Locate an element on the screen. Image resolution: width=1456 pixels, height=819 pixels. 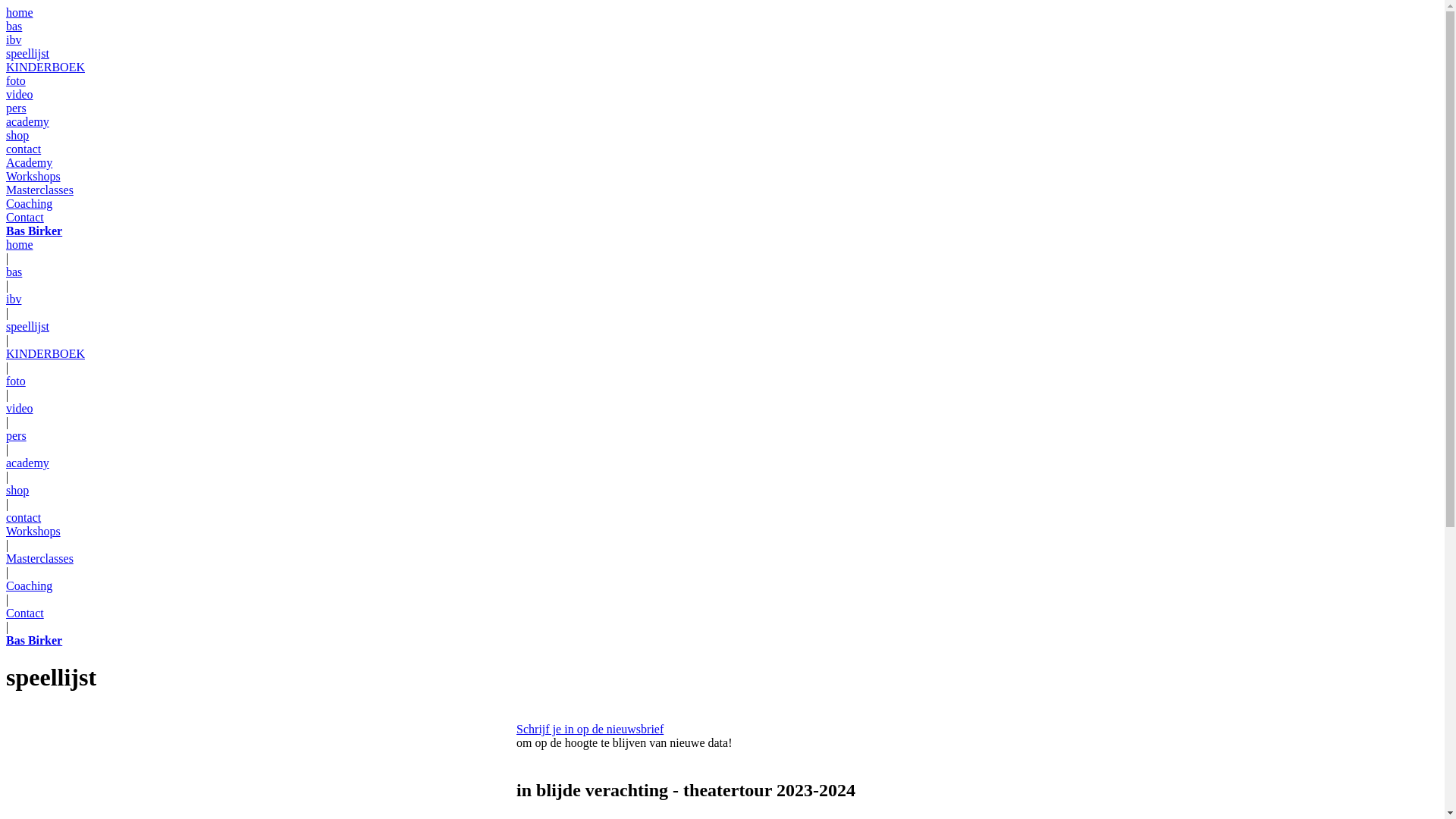
'Bas Birker' is located at coordinates (33, 640).